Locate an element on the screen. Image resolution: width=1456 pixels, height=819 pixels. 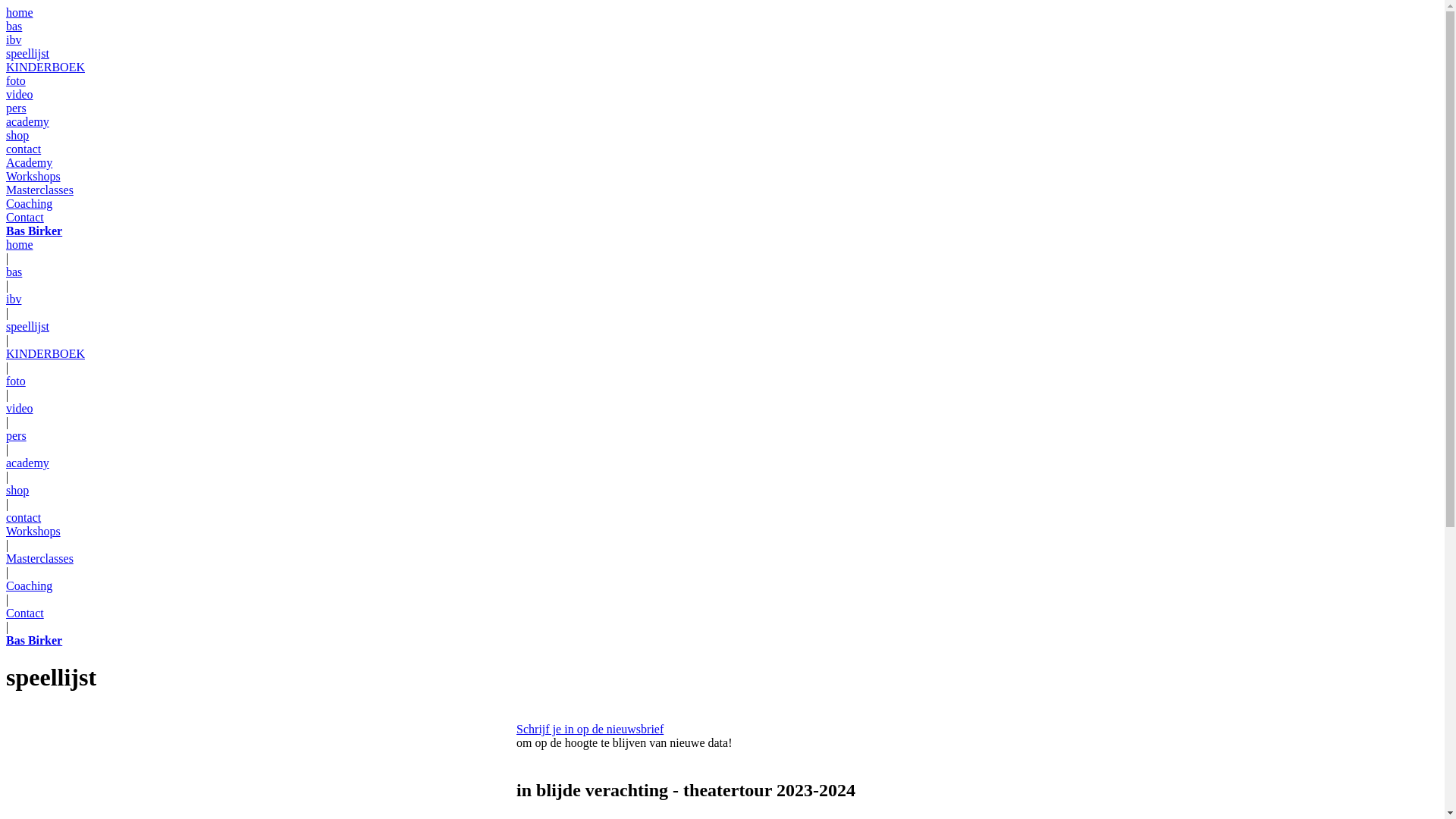
'Bas Birker' is located at coordinates (33, 640).